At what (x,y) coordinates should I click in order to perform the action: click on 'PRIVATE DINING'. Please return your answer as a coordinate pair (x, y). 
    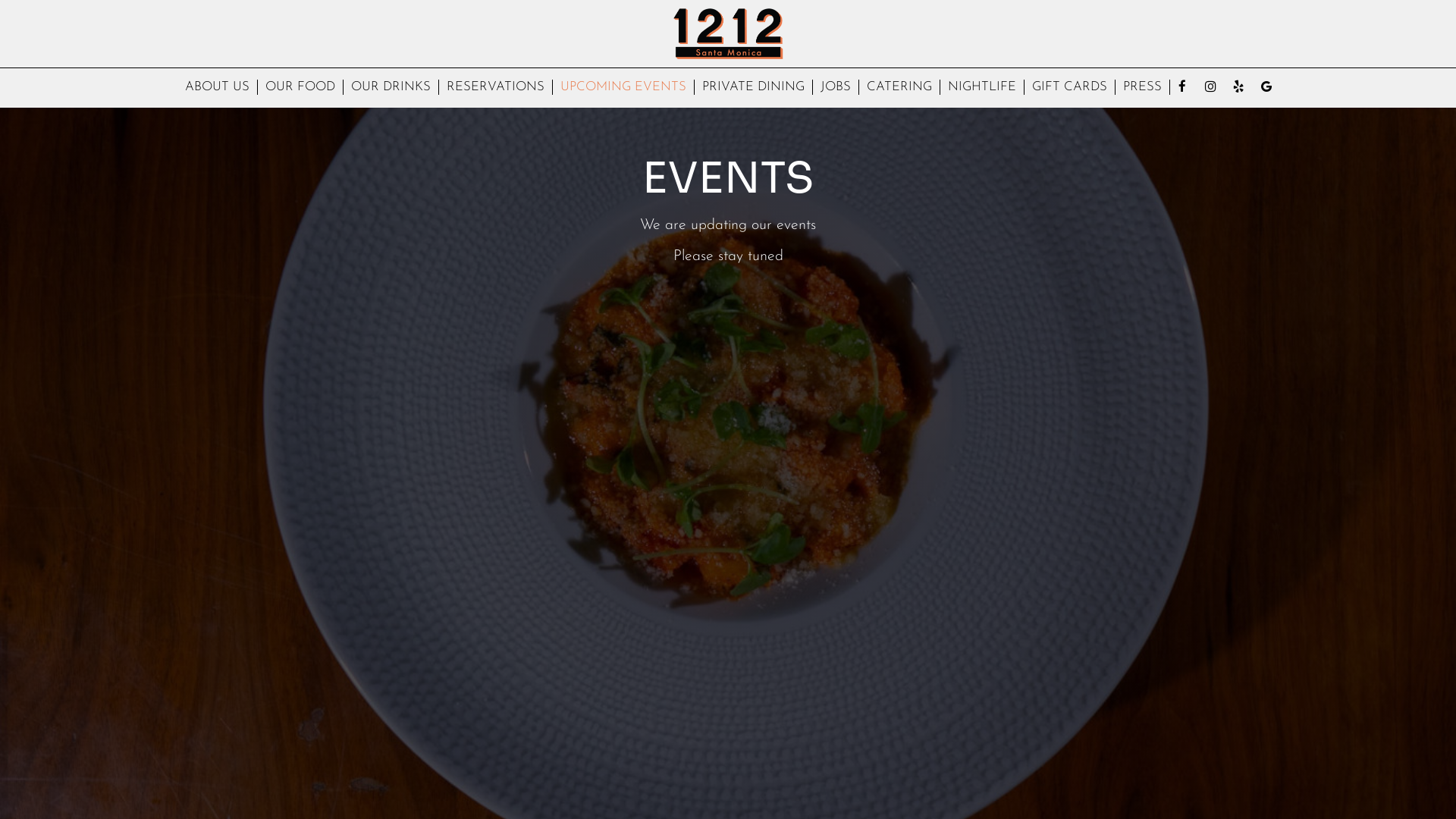
    Looking at the image, I should click on (753, 87).